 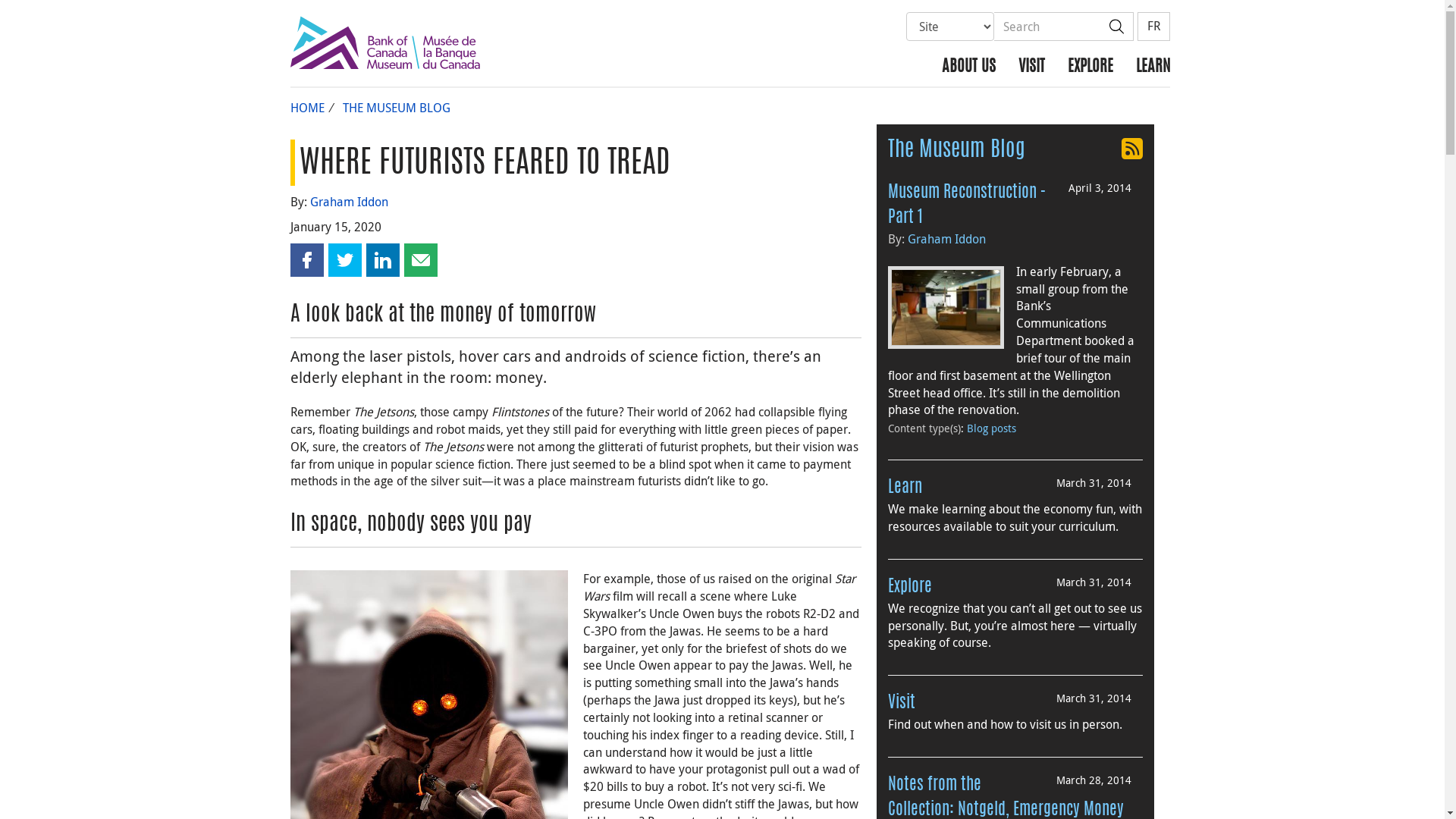 I want to click on 'Share this page on Twitter', so click(x=327, y=259).